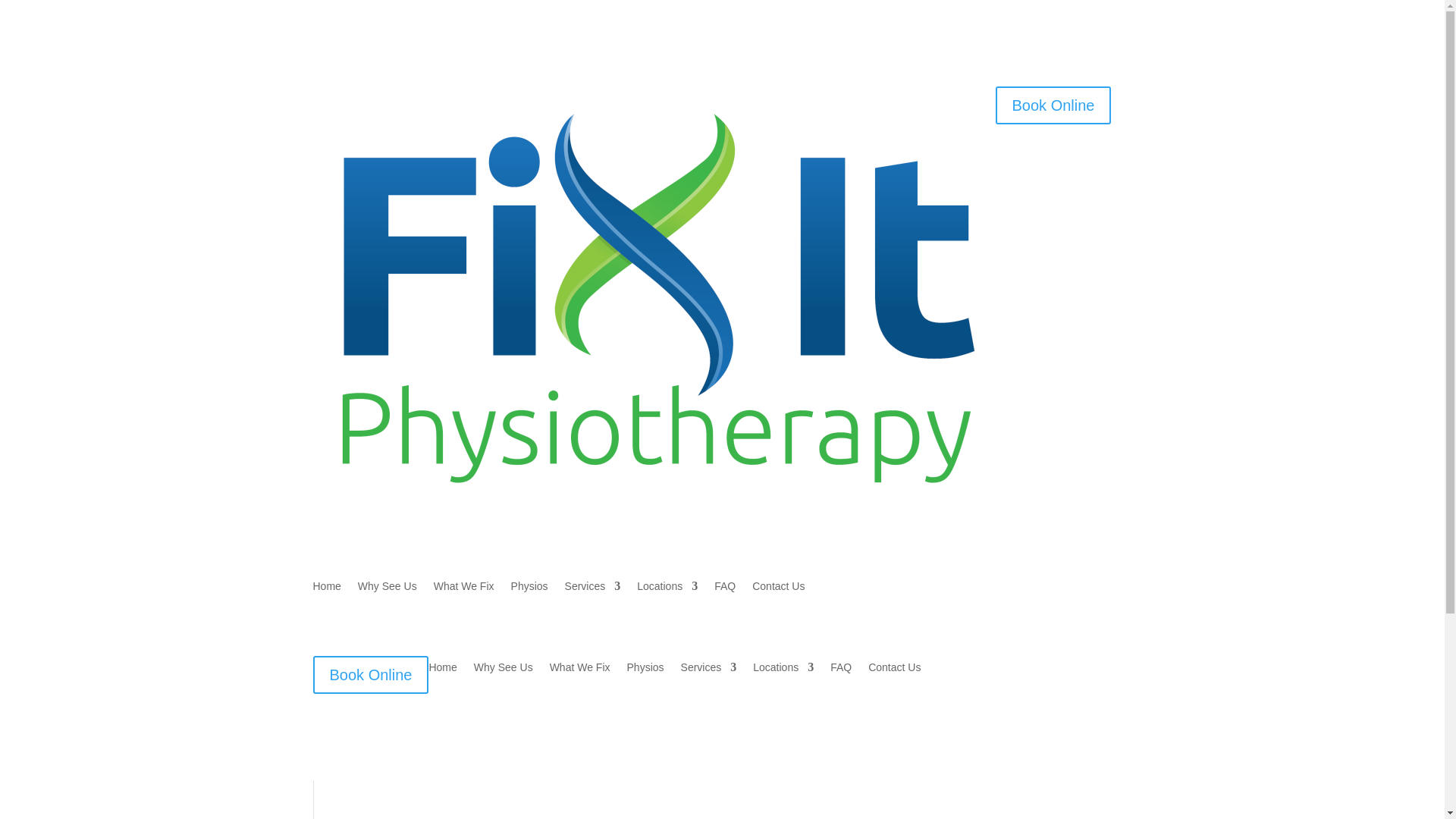 This screenshot has height=819, width=1456. Describe the element at coordinates (645, 669) in the screenshot. I see `'Physios'` at that location.